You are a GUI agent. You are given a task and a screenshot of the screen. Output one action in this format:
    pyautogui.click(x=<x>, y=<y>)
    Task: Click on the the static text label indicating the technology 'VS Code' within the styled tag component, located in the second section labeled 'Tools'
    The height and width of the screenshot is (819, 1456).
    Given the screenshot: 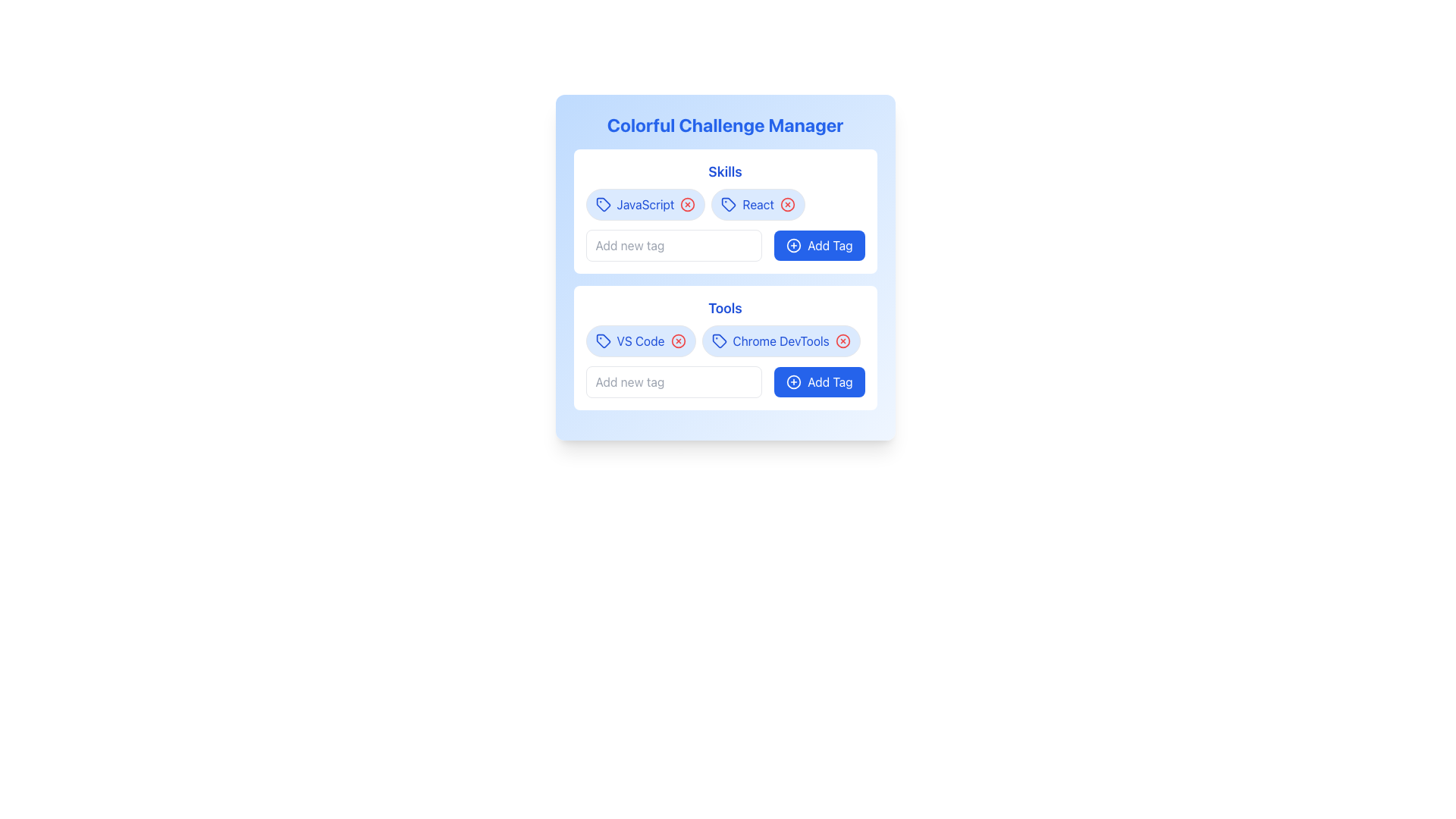 What is the action you would take?
    pyautogui.click(x=640, y=341)
    